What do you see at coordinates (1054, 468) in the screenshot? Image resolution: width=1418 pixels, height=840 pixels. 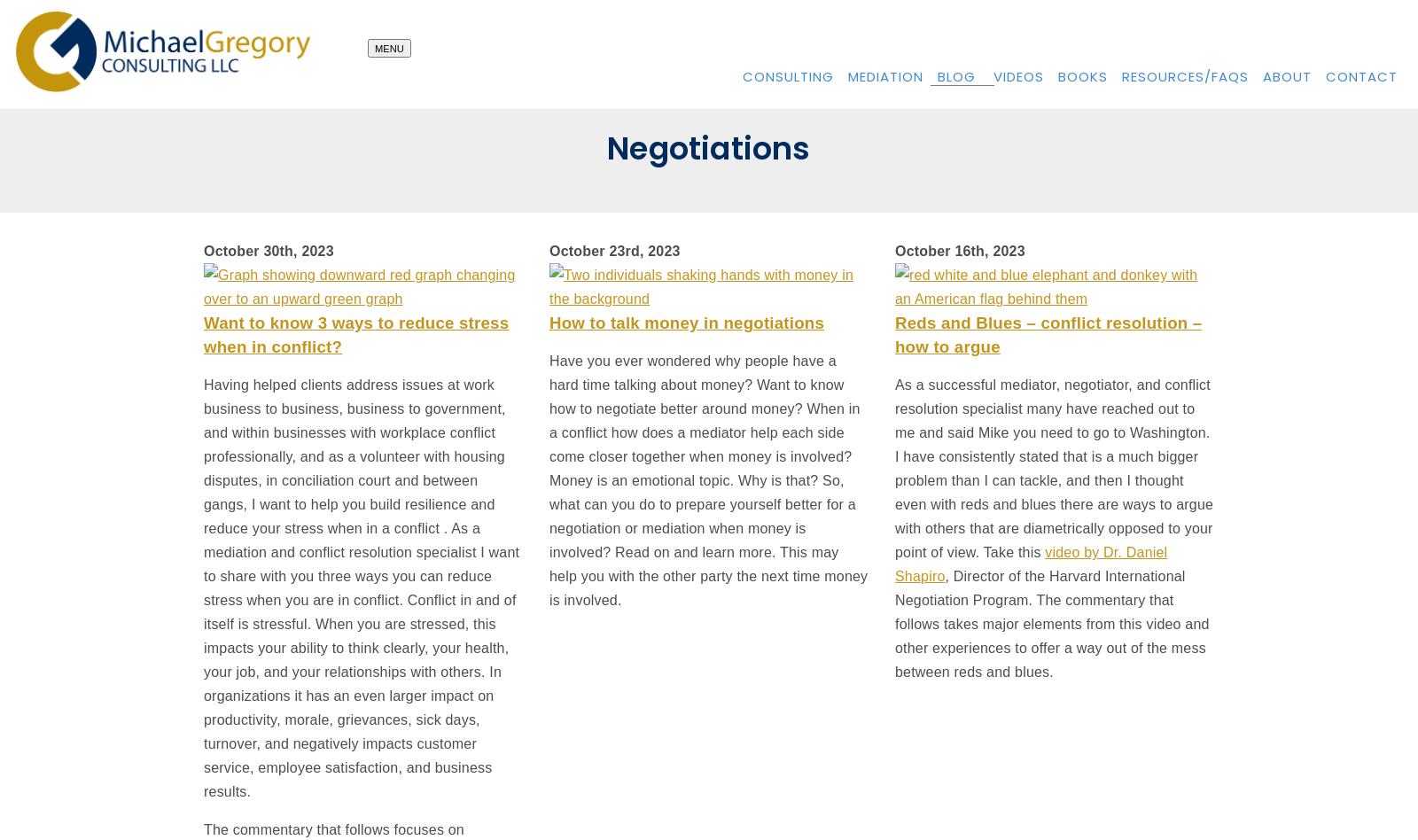 I see `'As a successful mediator, negotiator, and conflict resolution specialist many have reached out to me and said Mike you need to go to Washington. I have consistently stated that is a much bigger problem than I can tackle, and then I thought even with reds and blues there are ways to argue with others that are diametrically opposed to your point of view. Take this'` at bounding box center [1054, 468].